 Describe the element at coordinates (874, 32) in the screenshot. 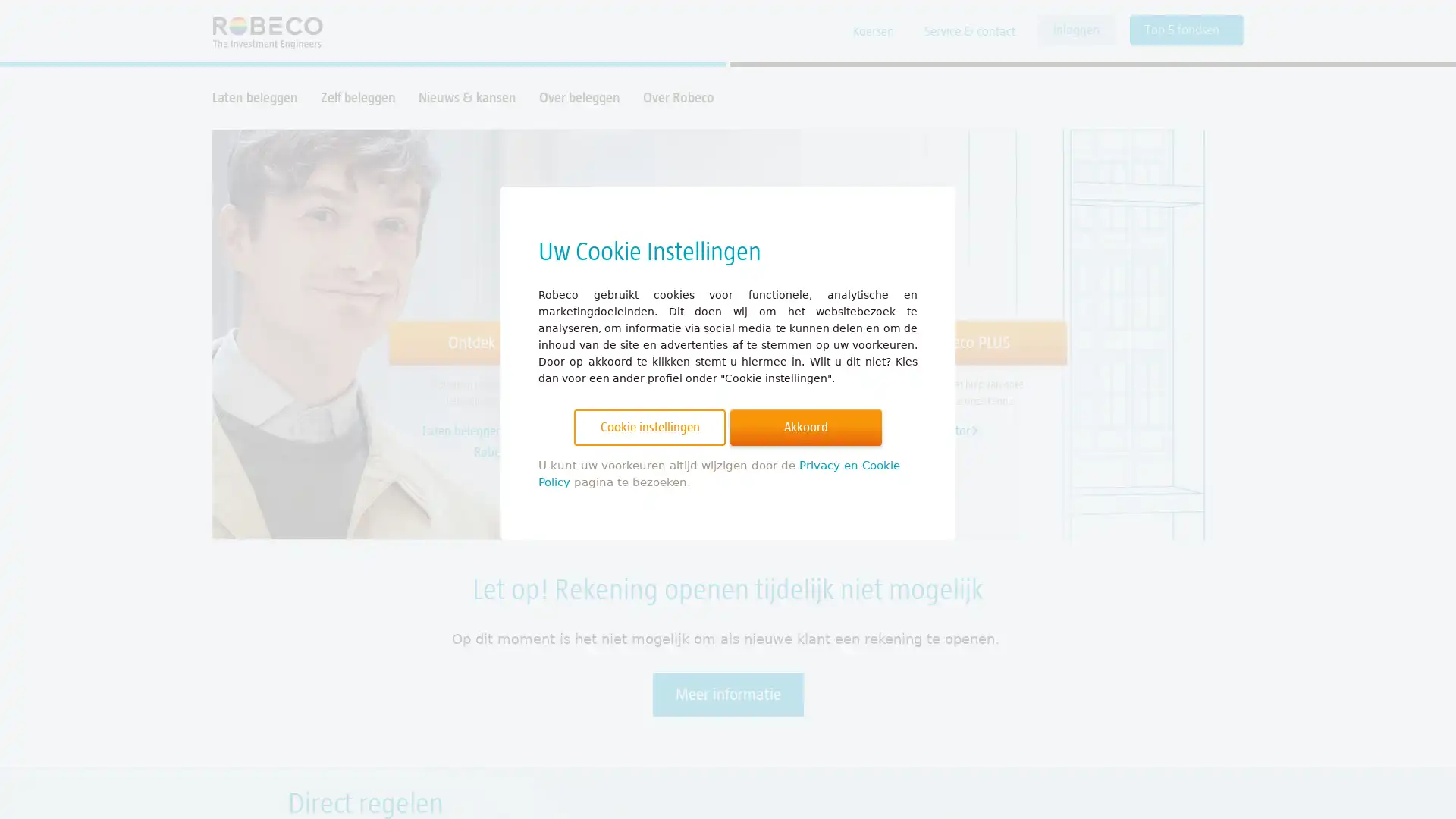

I see `Koersen` at that location.